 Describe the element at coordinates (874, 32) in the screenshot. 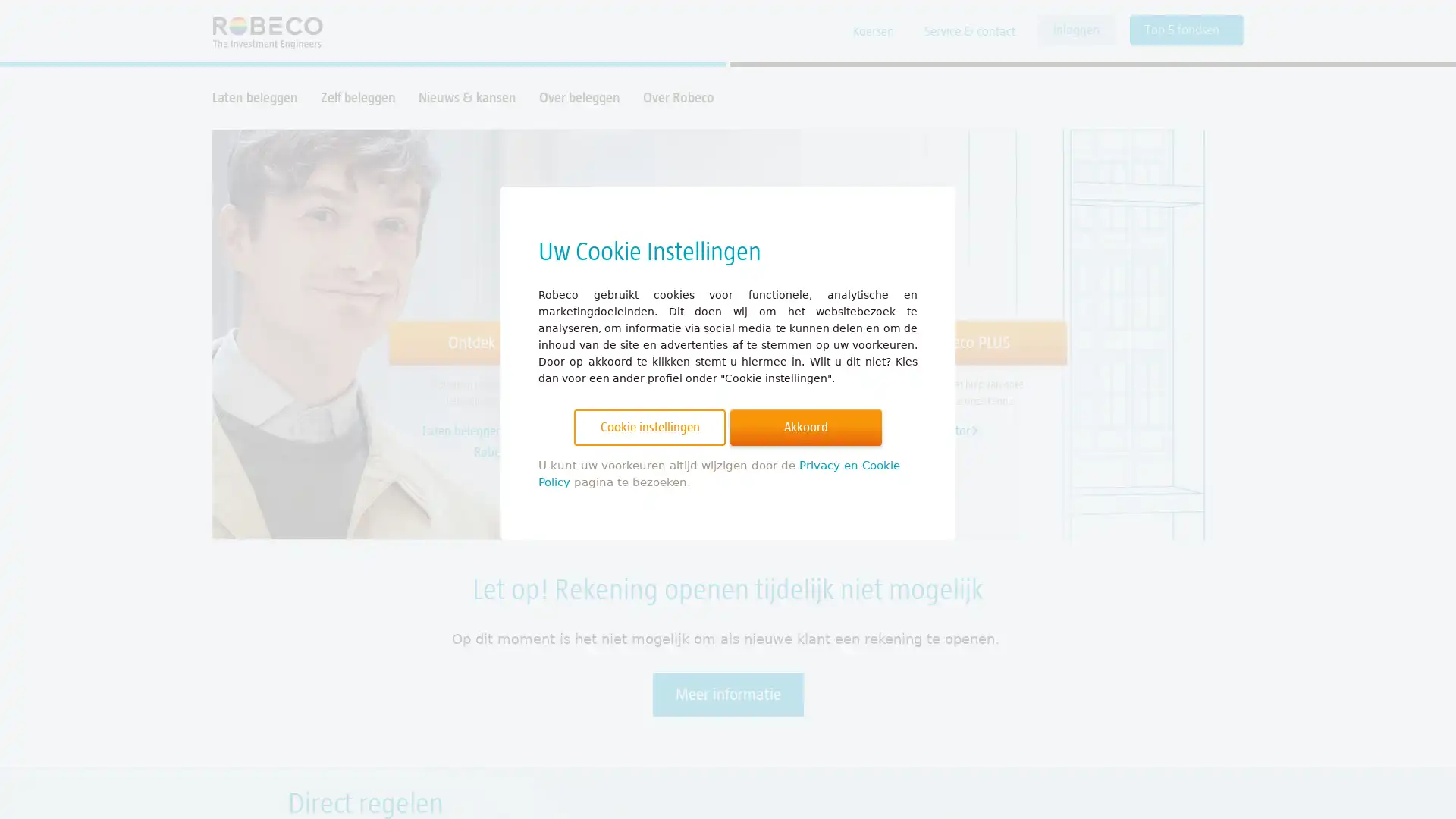

I see `Koersen` at that location.